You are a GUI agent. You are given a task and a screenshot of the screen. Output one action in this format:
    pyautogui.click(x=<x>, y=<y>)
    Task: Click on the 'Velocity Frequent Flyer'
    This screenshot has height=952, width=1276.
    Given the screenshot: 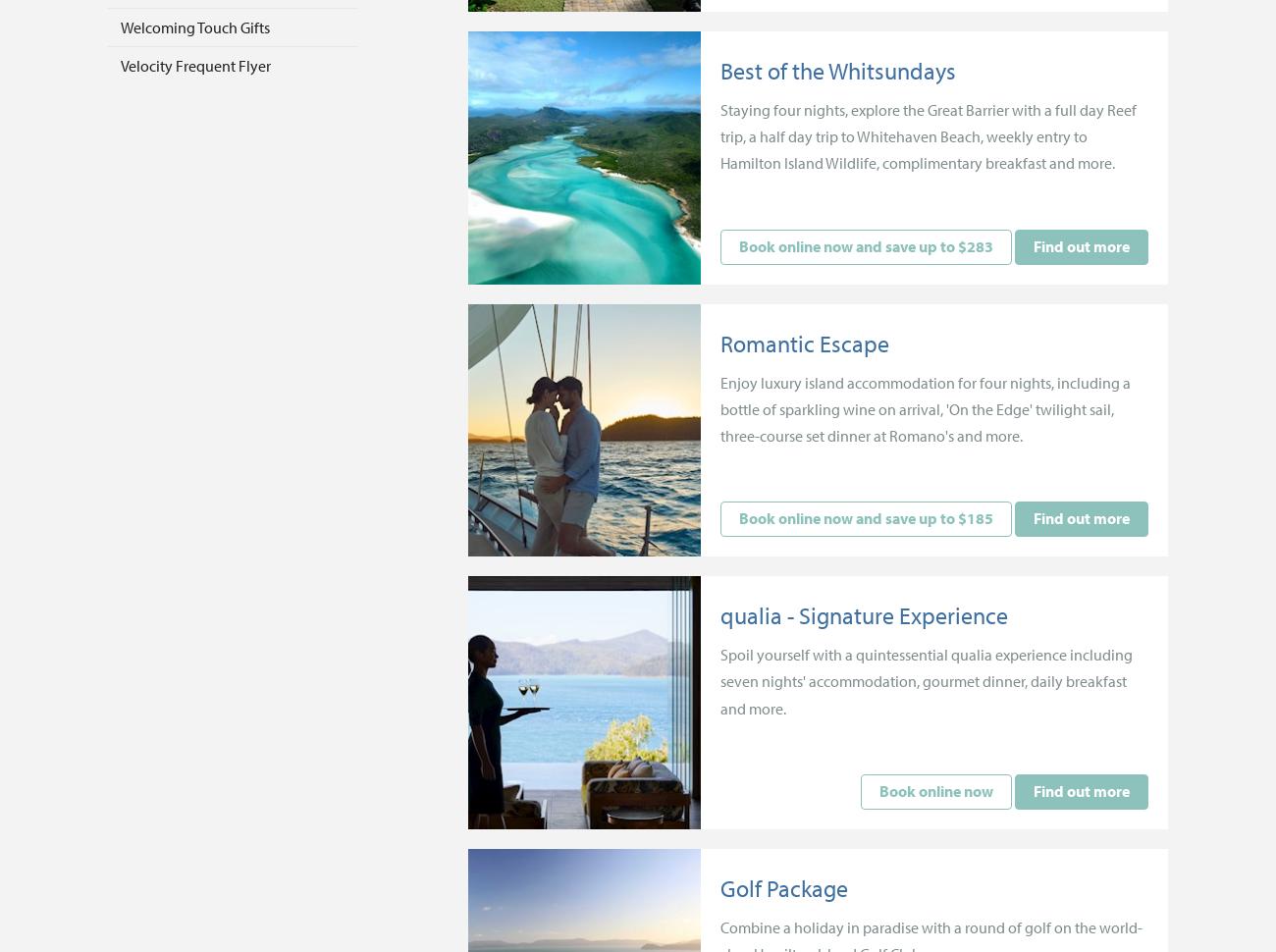 What is the action you would take?
    pyautogui.click(x=195, y=63)
    